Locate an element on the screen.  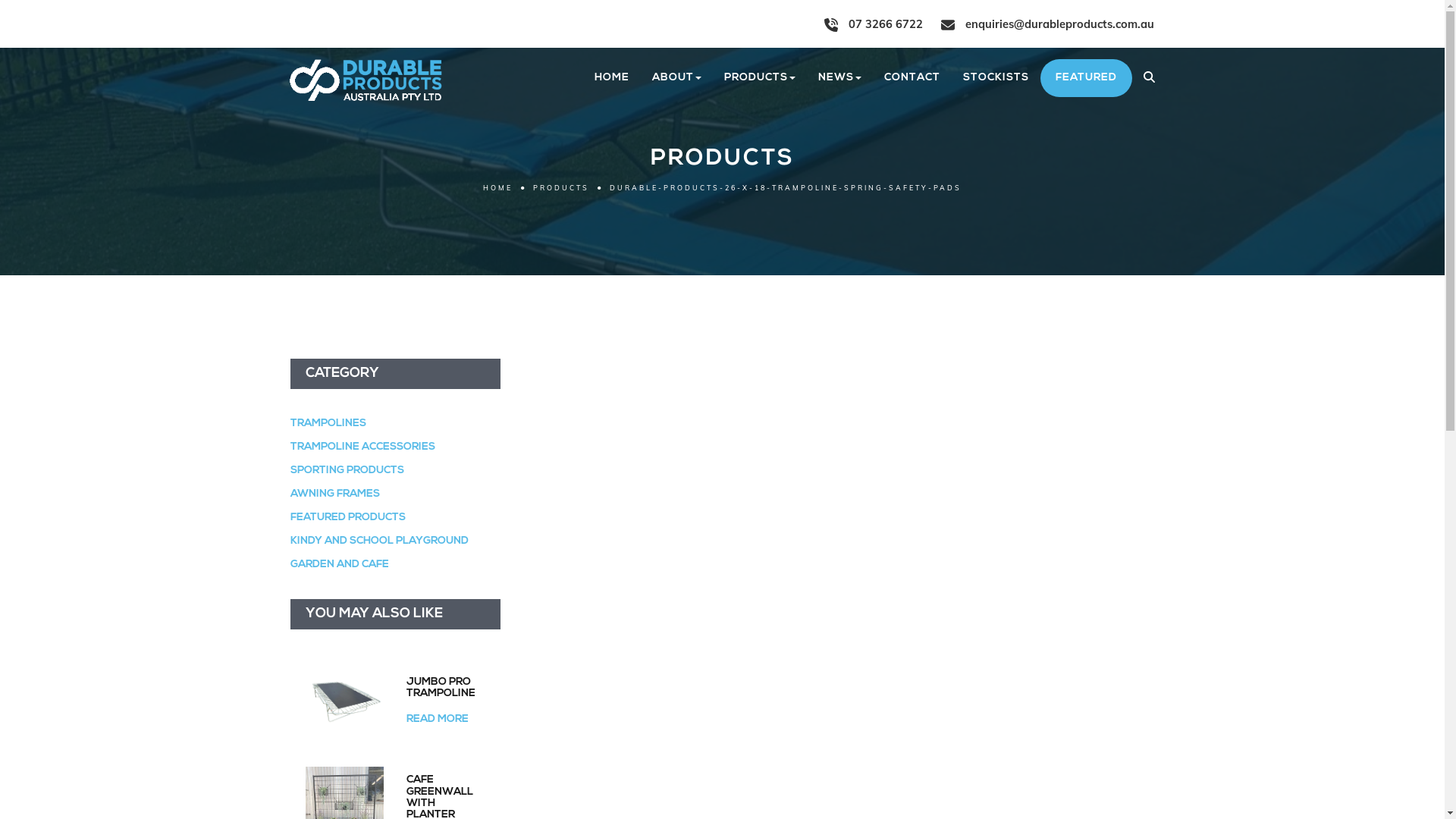
'SPORTING PRODUCTS' is located at coordinates (345, 469).